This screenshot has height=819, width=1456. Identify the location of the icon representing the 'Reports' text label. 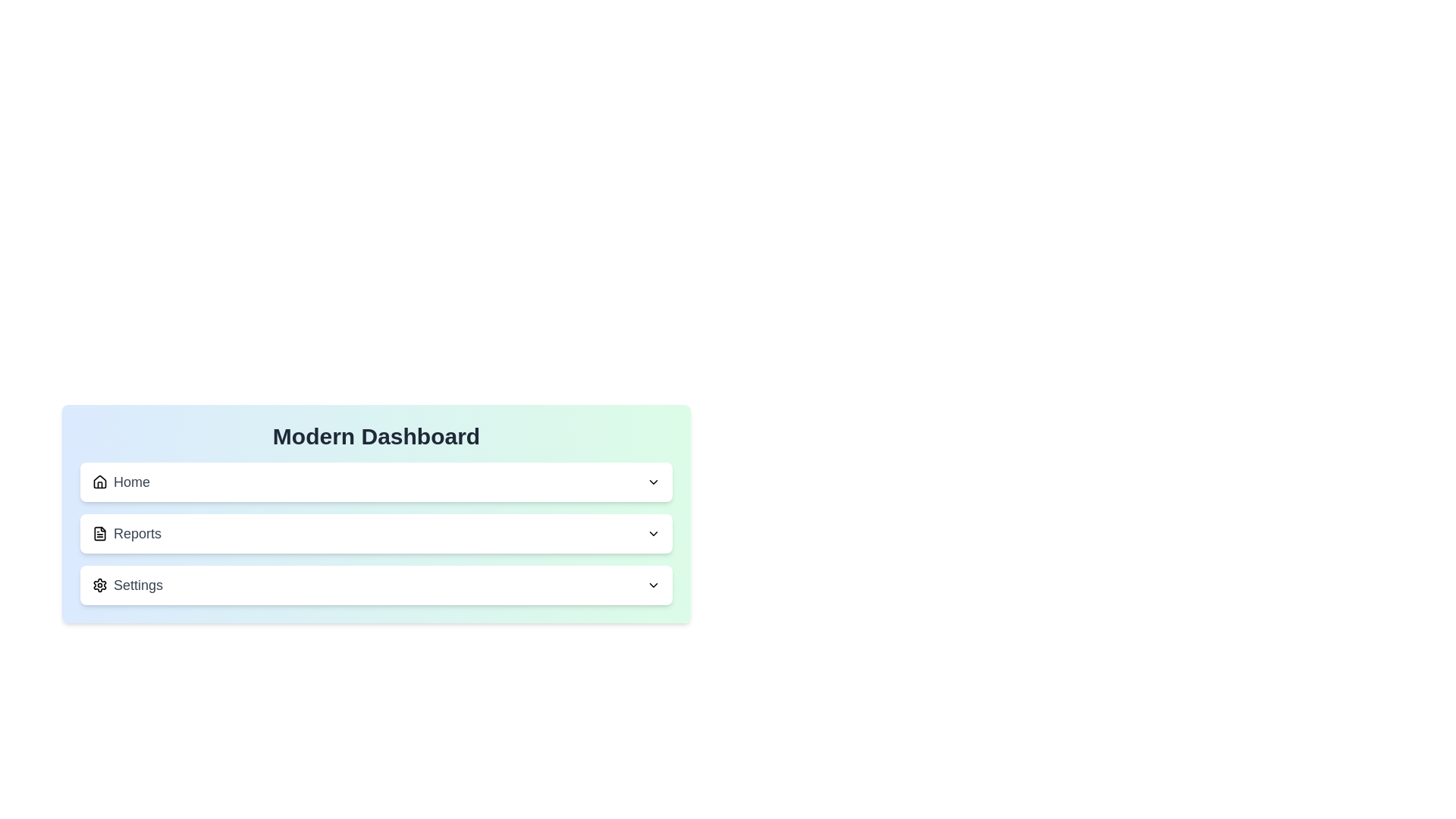
(99, 533).